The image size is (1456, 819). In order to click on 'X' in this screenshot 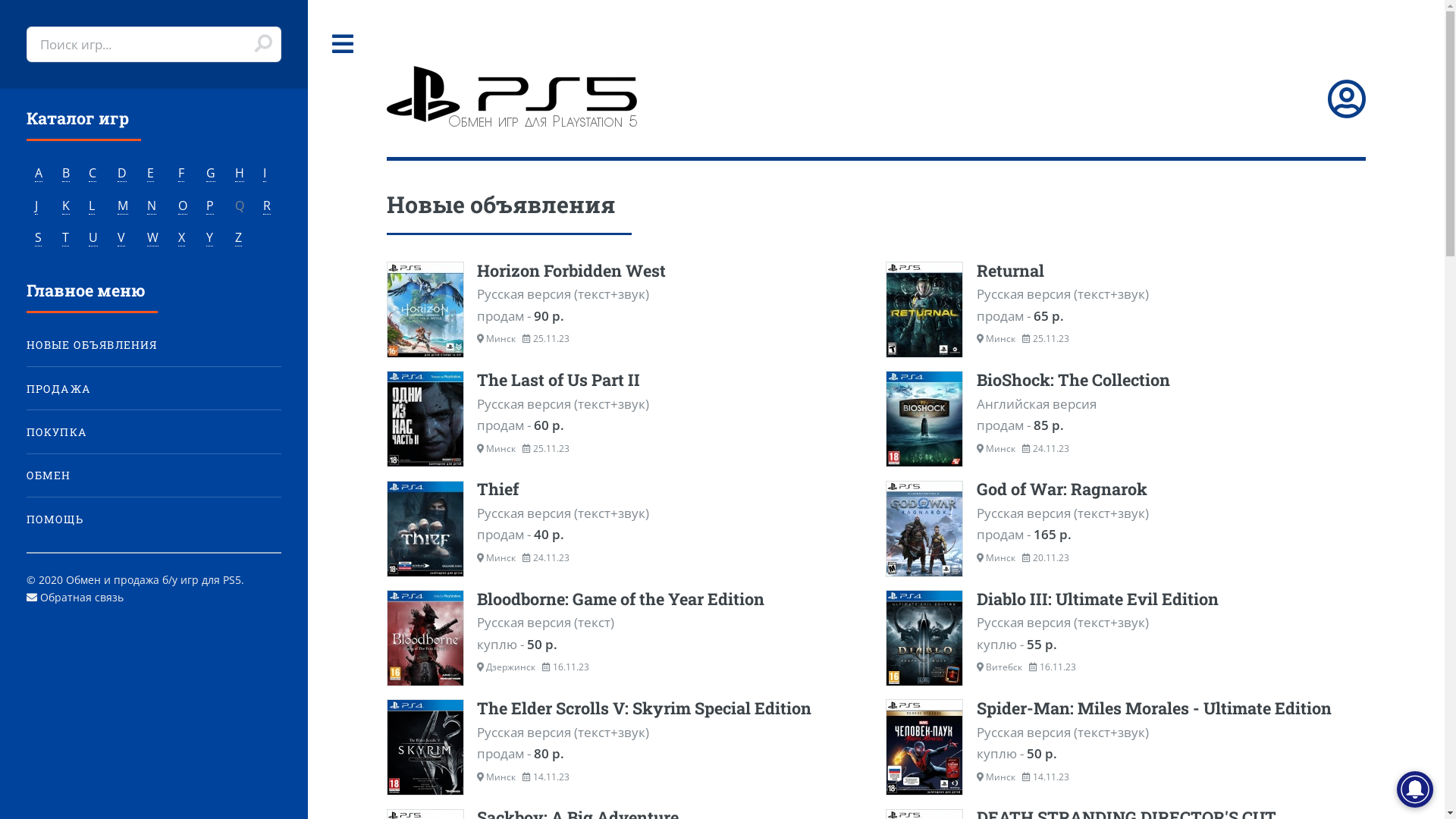, I will do `click(178, 237)`.